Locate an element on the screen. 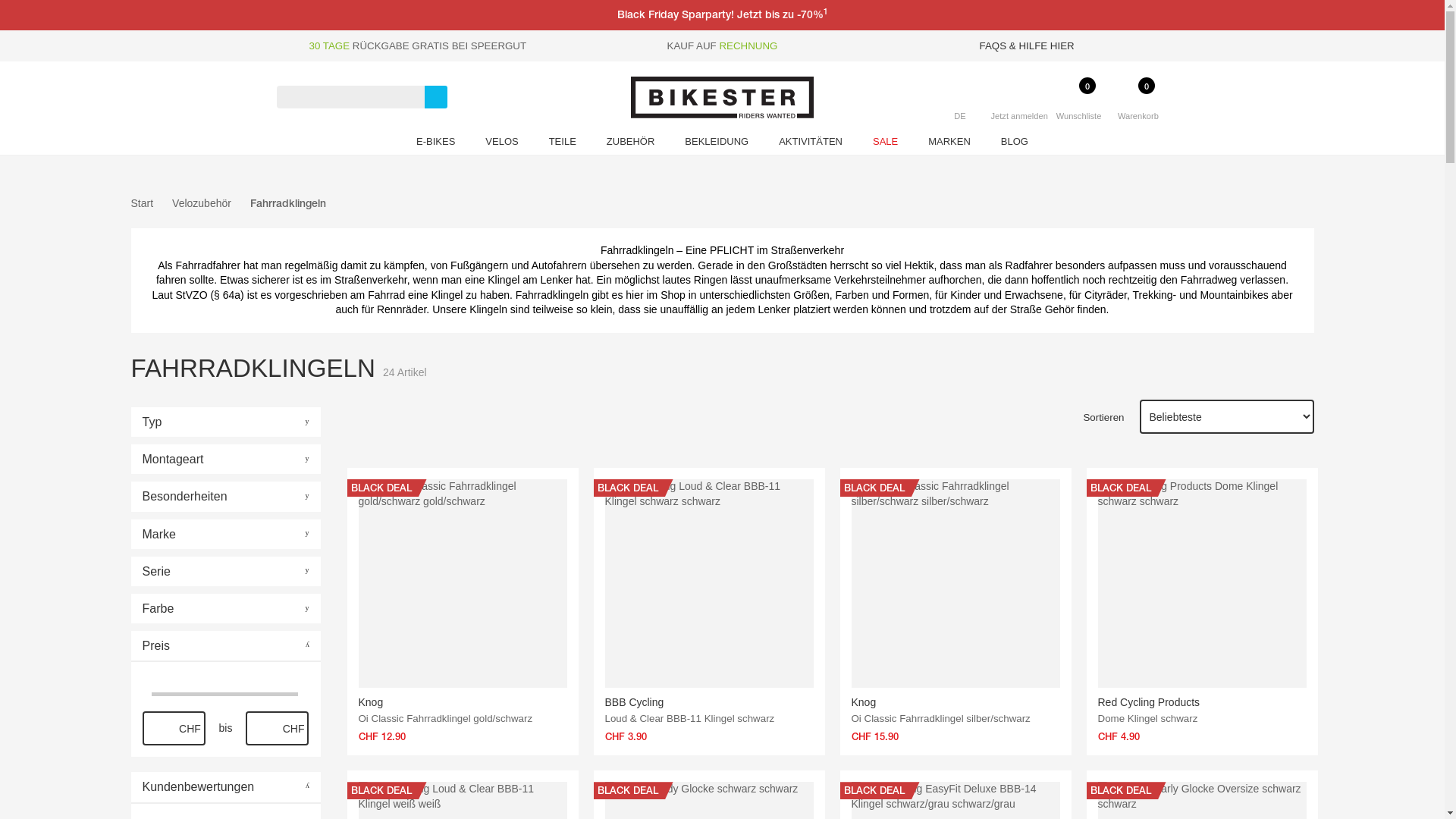  'MARKEN' is located at coordinates (912, 143).